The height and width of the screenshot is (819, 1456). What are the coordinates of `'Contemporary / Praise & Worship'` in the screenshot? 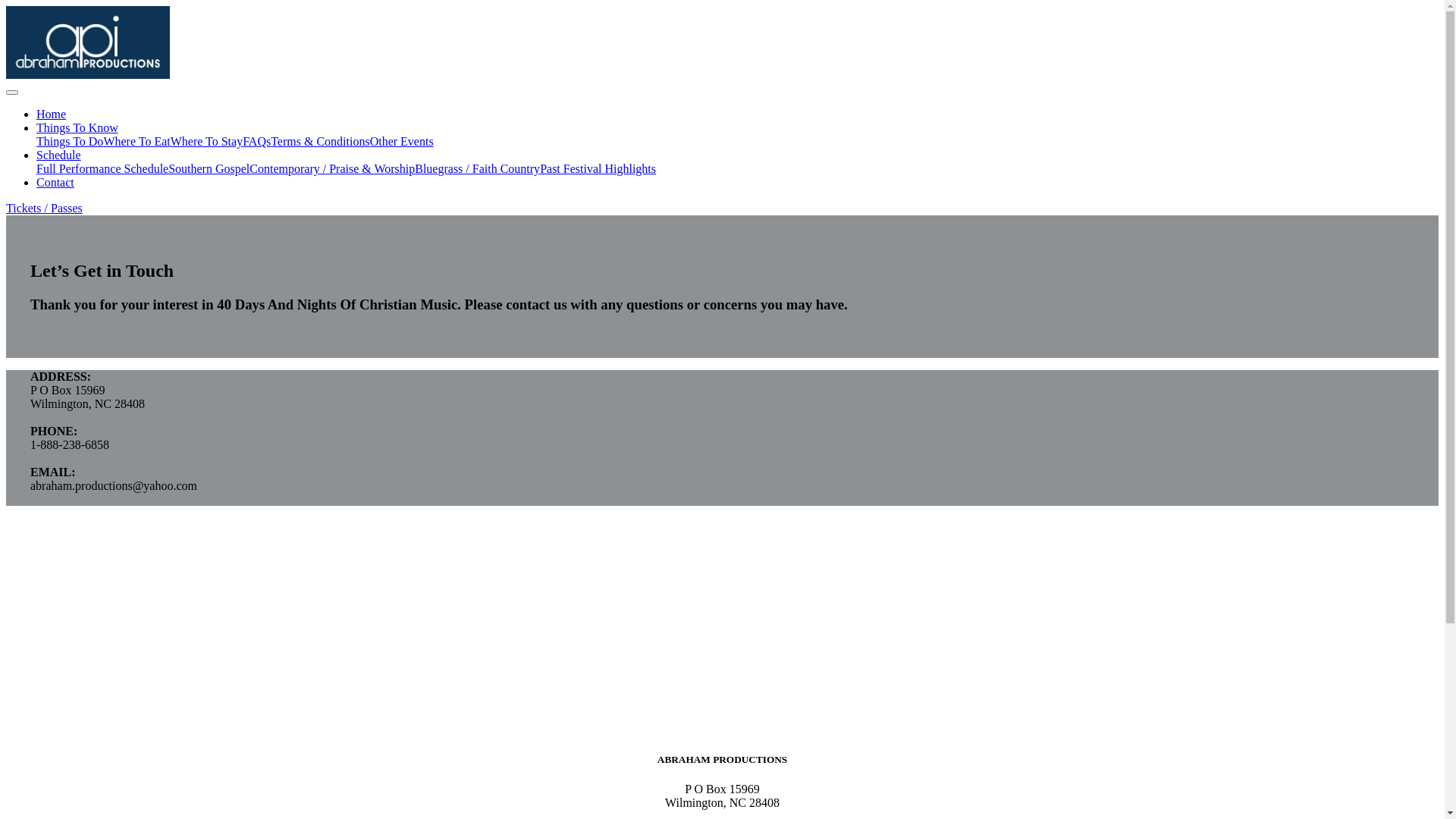 It's located at (331, 168).